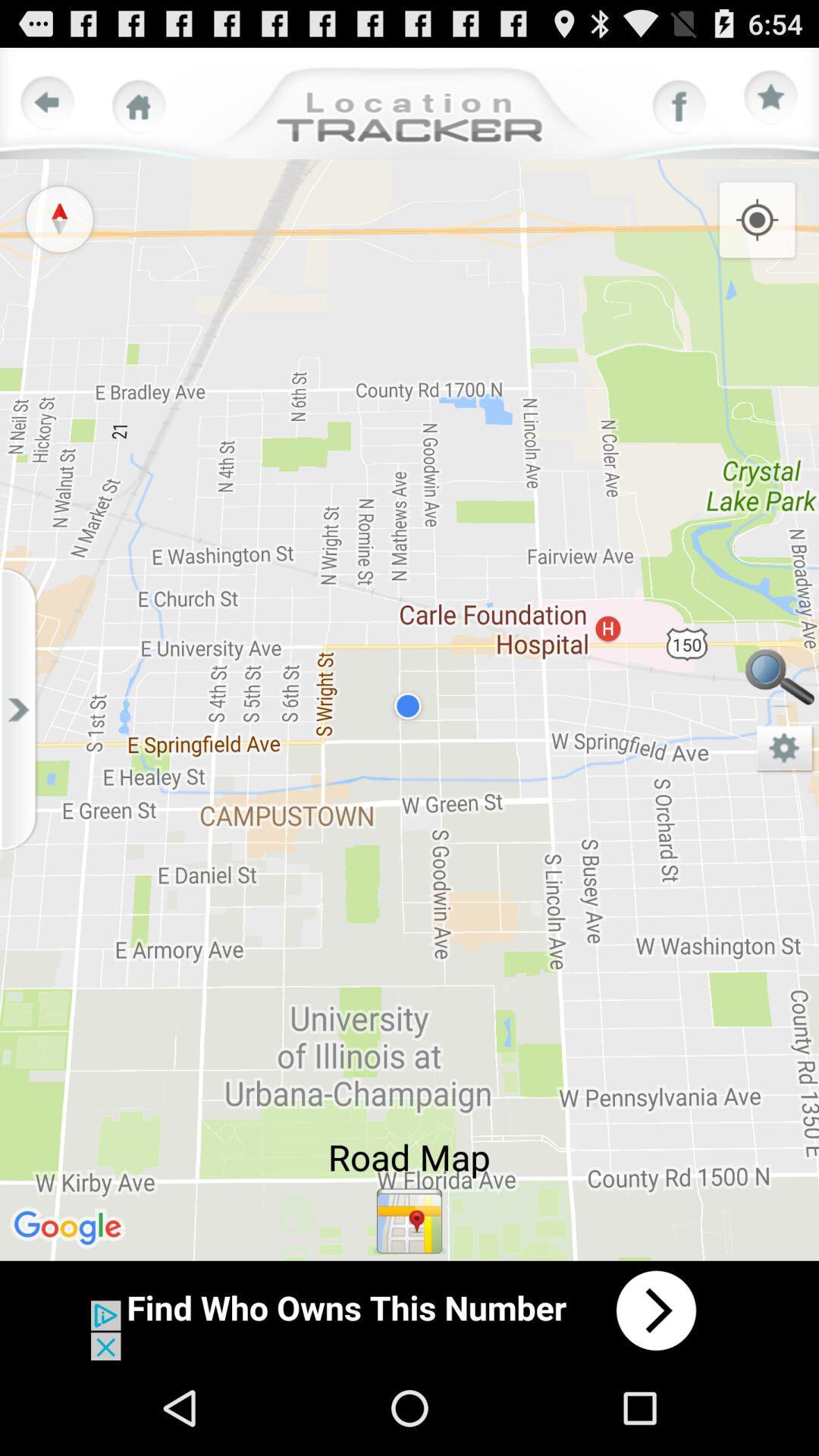  I want to click on previous, so click(46, 102).